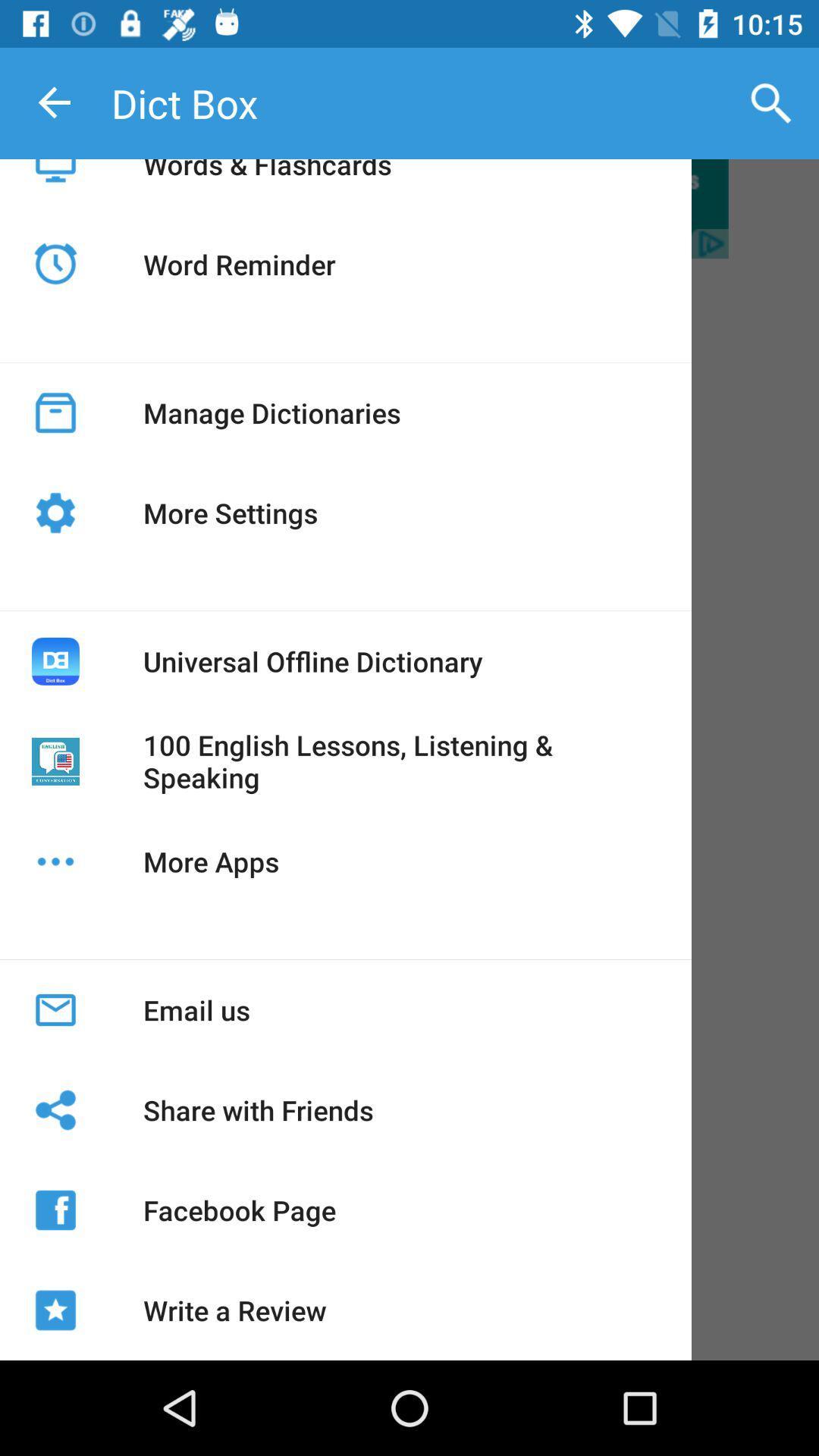 Image resolution: width=819 pixels, height=1456 pixels. Describe the element at coordinates (211, 861) in the screenshot. I see `the more apps icon` at that location.